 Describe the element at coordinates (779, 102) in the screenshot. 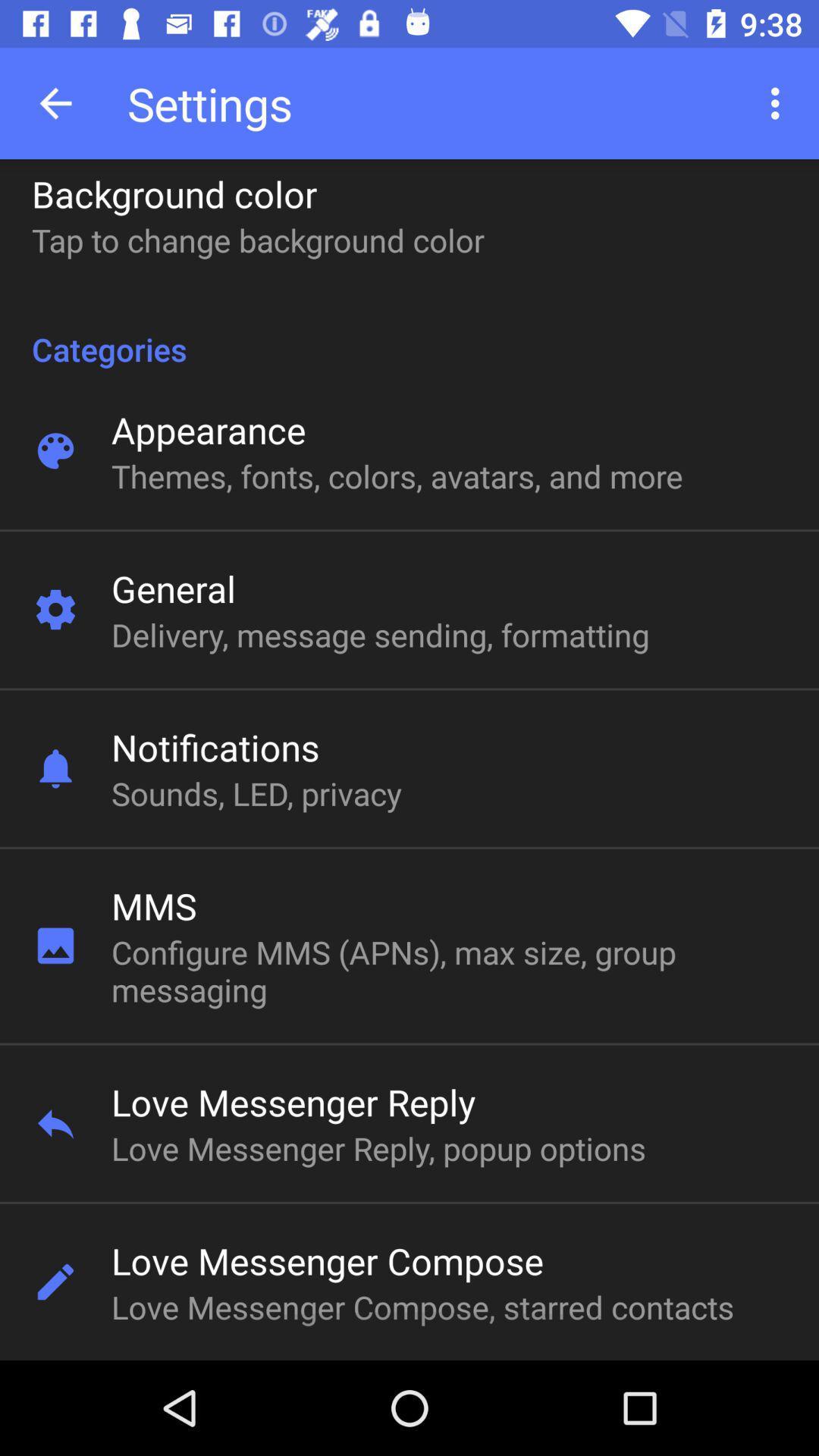

I see `the item at the top right corner` at that location.